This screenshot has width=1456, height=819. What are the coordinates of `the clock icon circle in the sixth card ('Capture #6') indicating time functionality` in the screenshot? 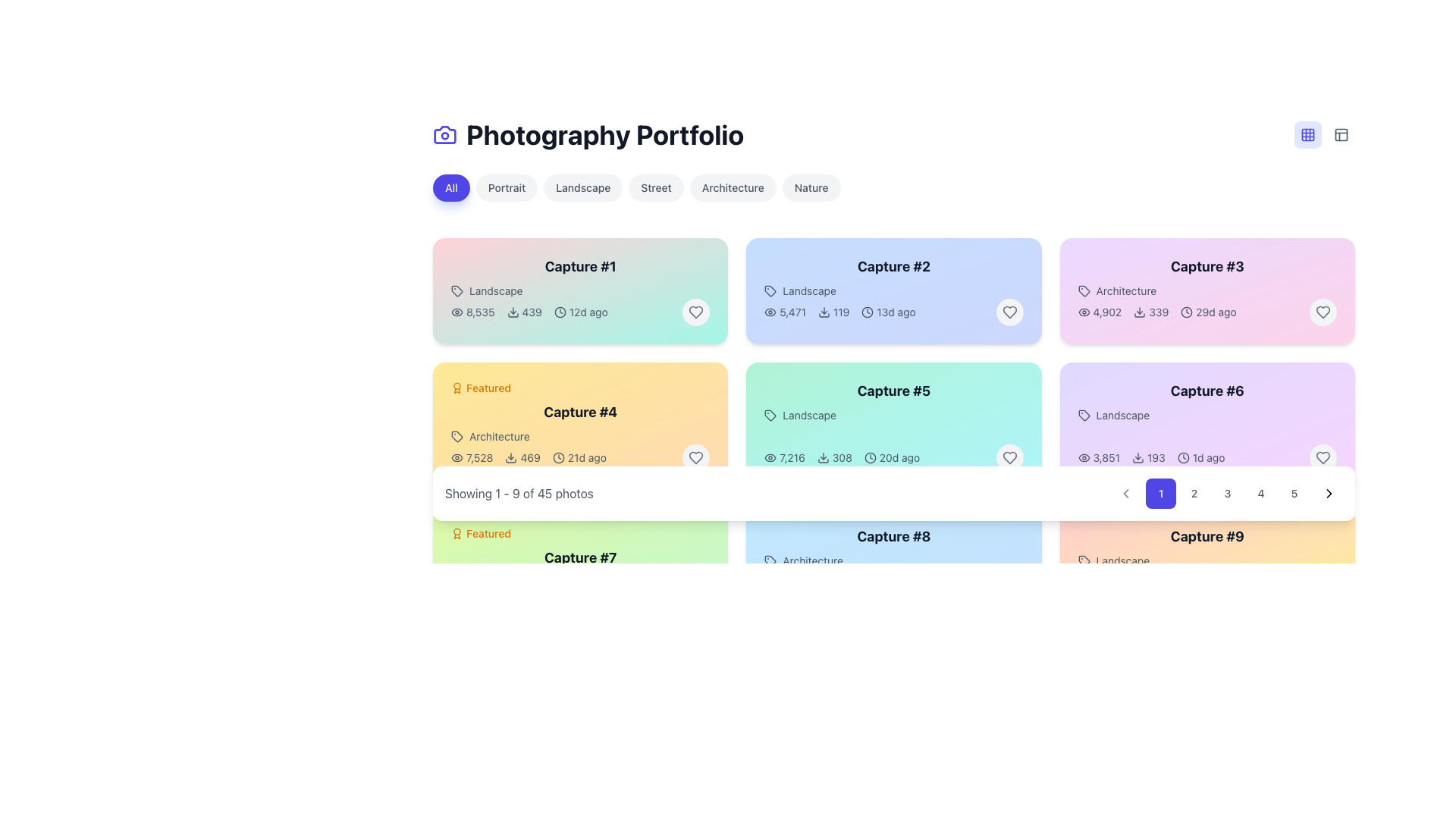 It's located at (1182, 457).